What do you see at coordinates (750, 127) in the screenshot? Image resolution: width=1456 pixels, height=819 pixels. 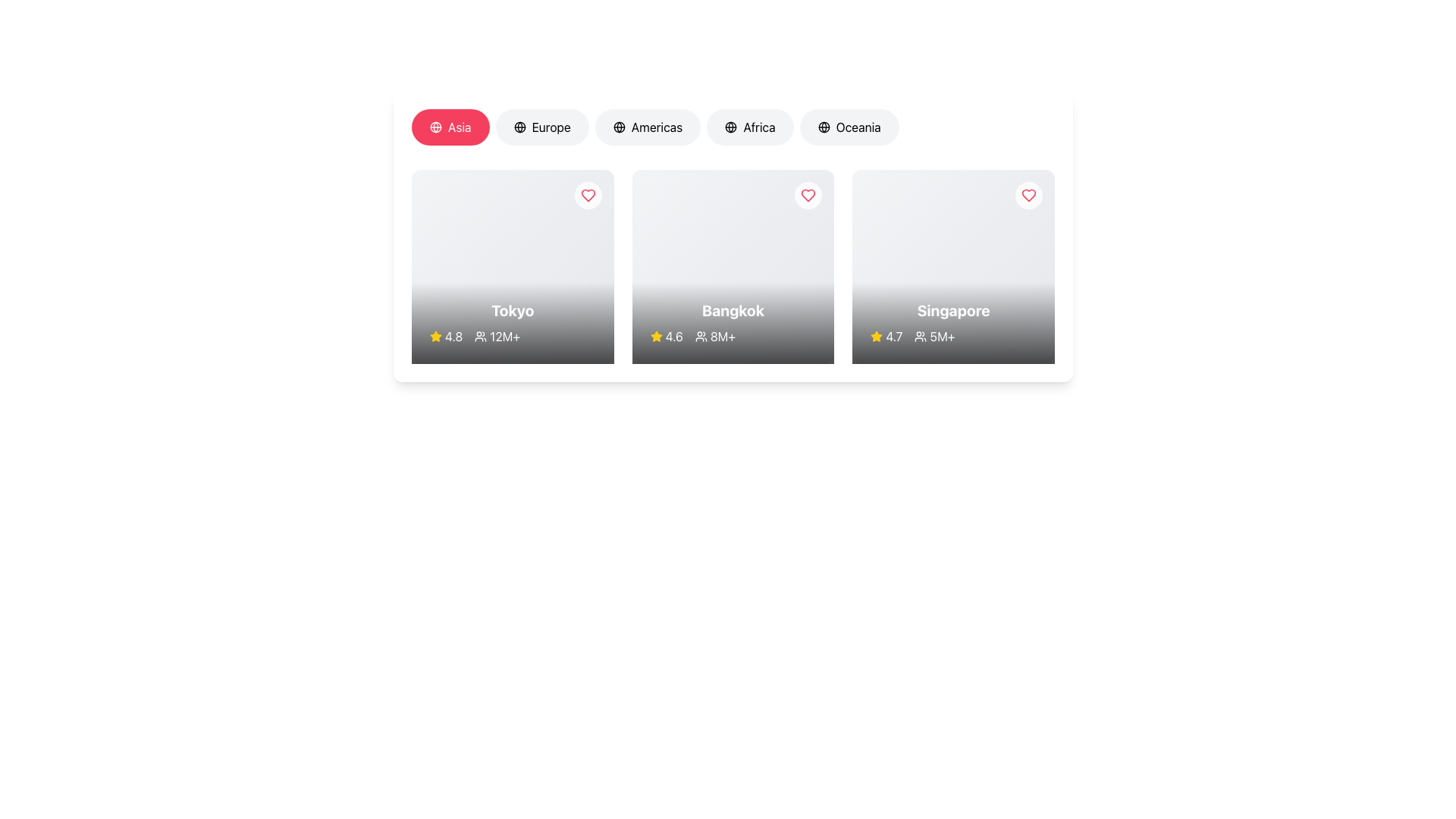 I see `the button that filters content by selecting the 'Africa' category, which is located fourth from the left in a horizontal list of continent buttons, between 'Americas' and 'Oceania'` at bounding box center [750, 127].